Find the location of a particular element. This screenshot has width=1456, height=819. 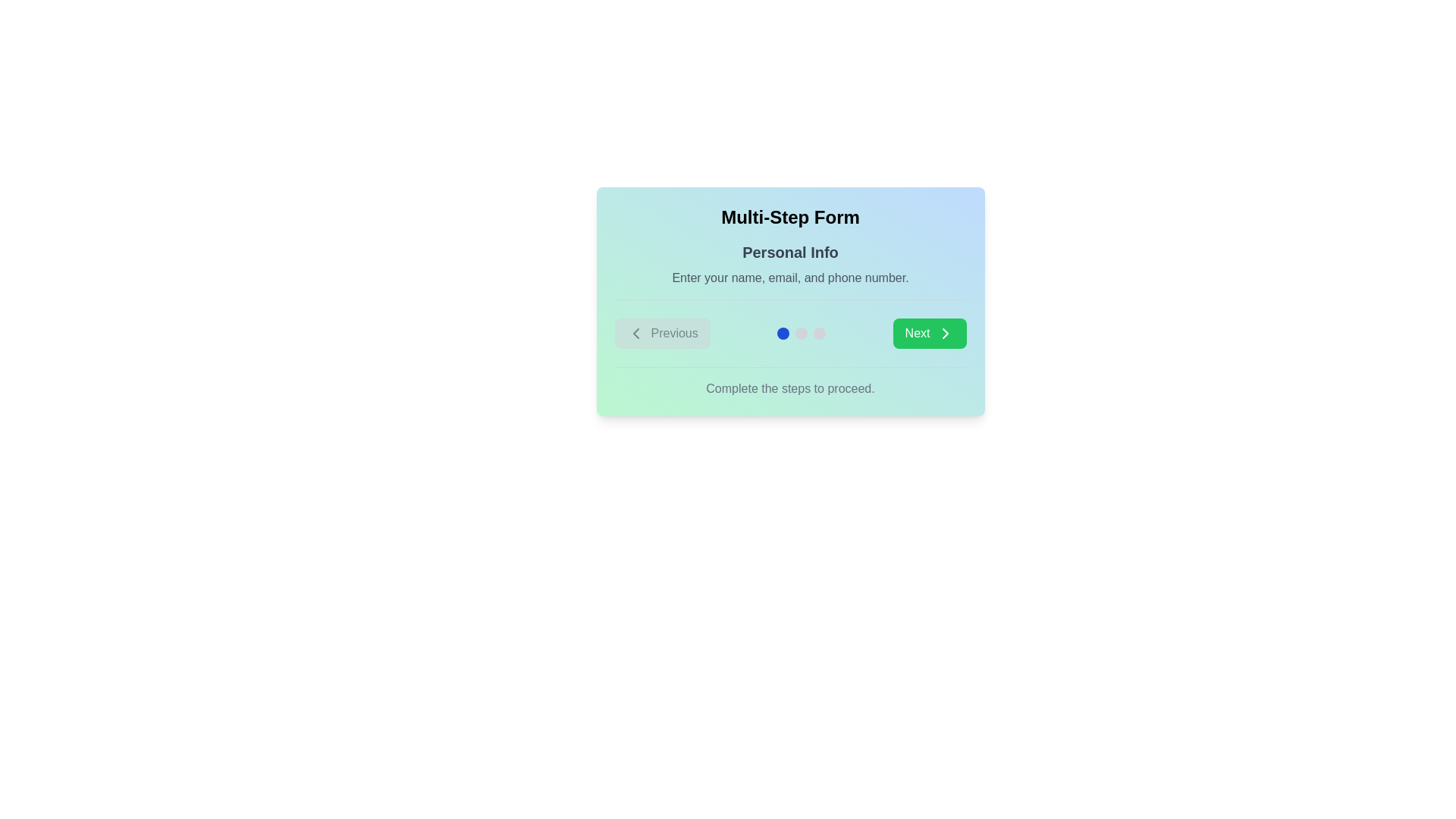

the right navigation arrow icon inside the green 'Next' button located in the bottom-right area of the modal form is located at coordinates (944, 332).